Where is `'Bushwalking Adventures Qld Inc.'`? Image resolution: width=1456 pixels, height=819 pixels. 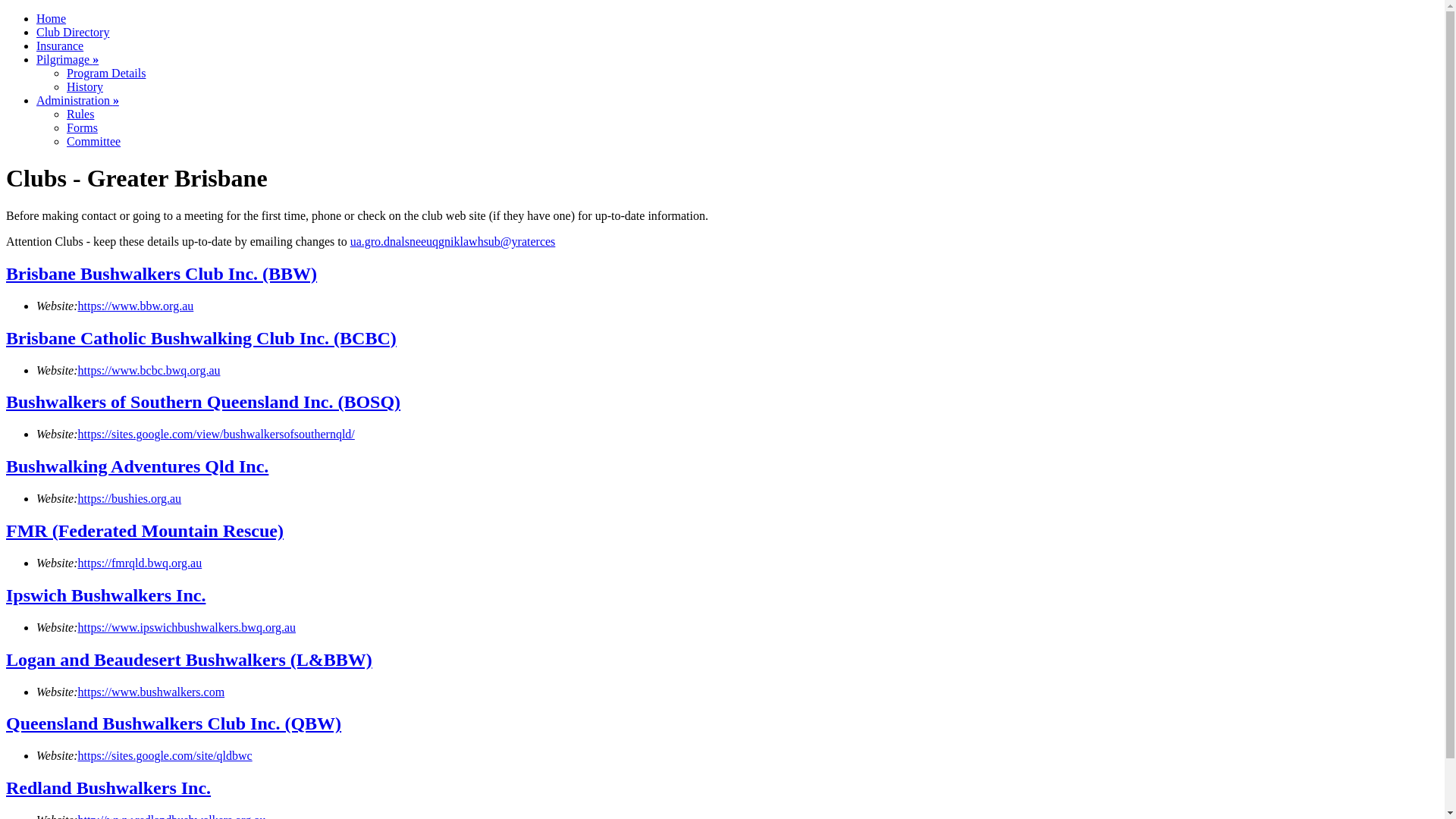 'Bushwalking Adventures Qld Inc.' is located at coordinates (137, 465).